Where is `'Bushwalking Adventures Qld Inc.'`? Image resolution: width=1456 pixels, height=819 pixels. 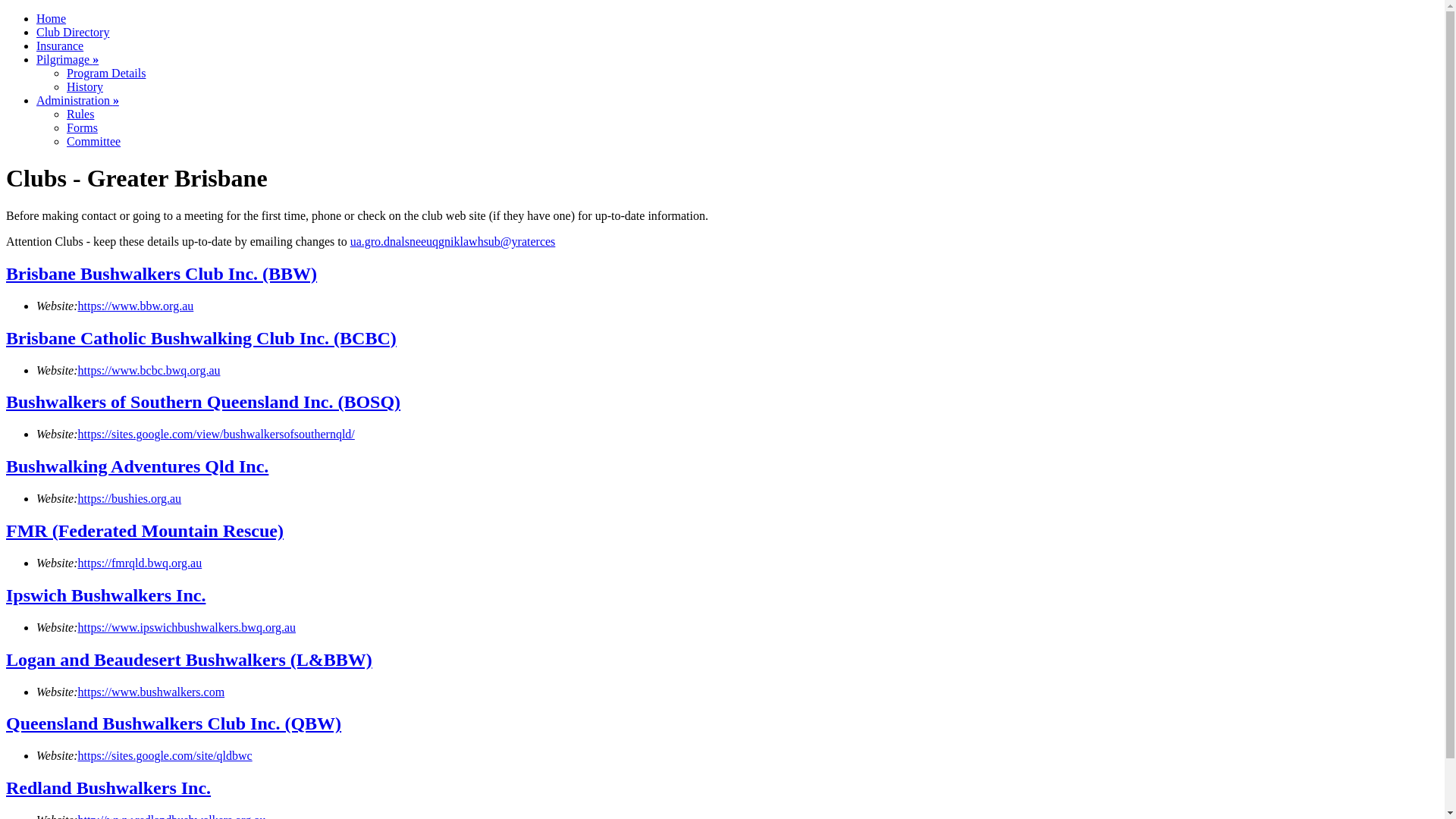 'Bushwalking Adventures Qld Inc.' is located at coordinates (137, 465).